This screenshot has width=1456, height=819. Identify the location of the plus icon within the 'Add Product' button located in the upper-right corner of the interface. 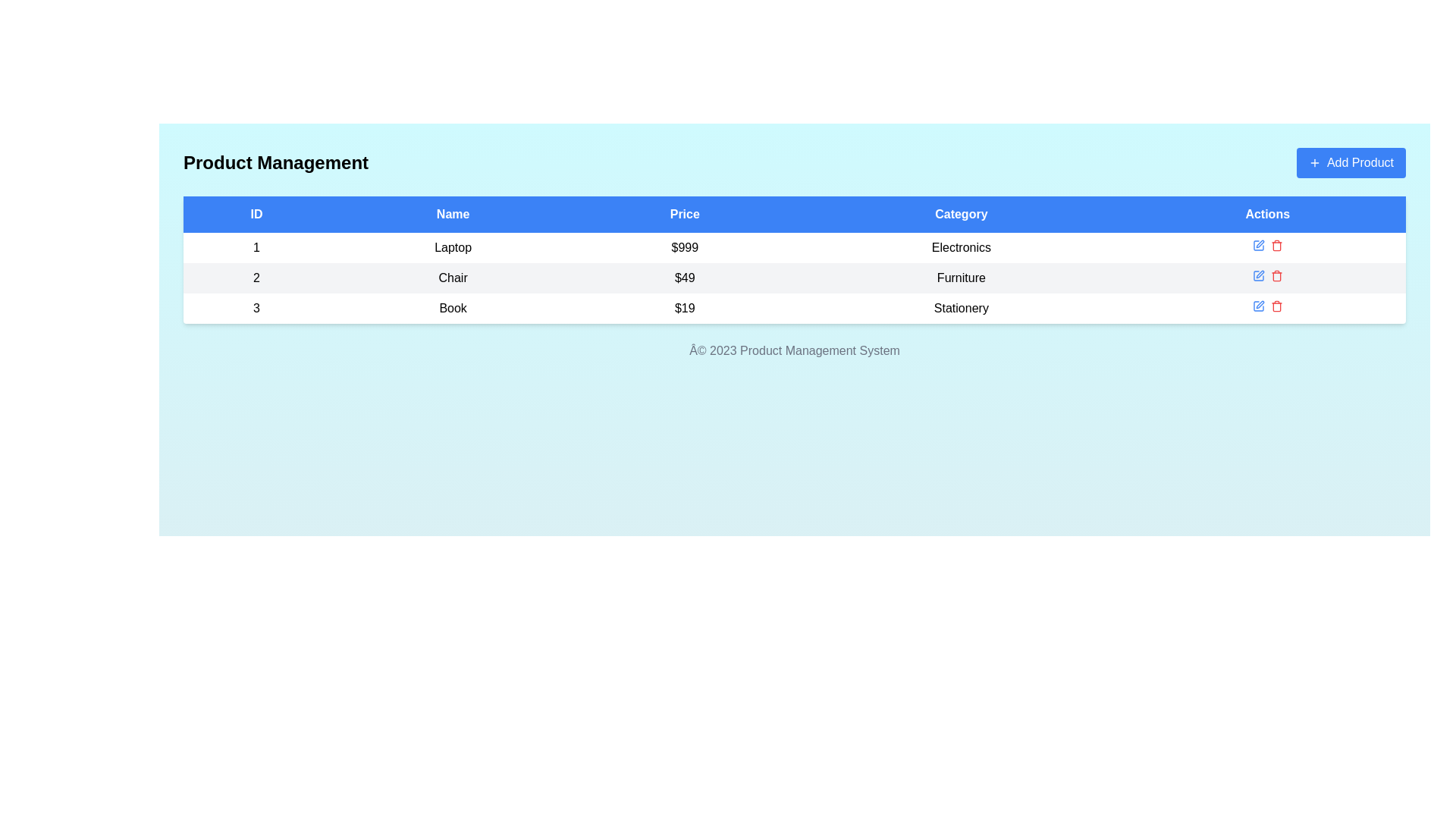
(1313, 163).